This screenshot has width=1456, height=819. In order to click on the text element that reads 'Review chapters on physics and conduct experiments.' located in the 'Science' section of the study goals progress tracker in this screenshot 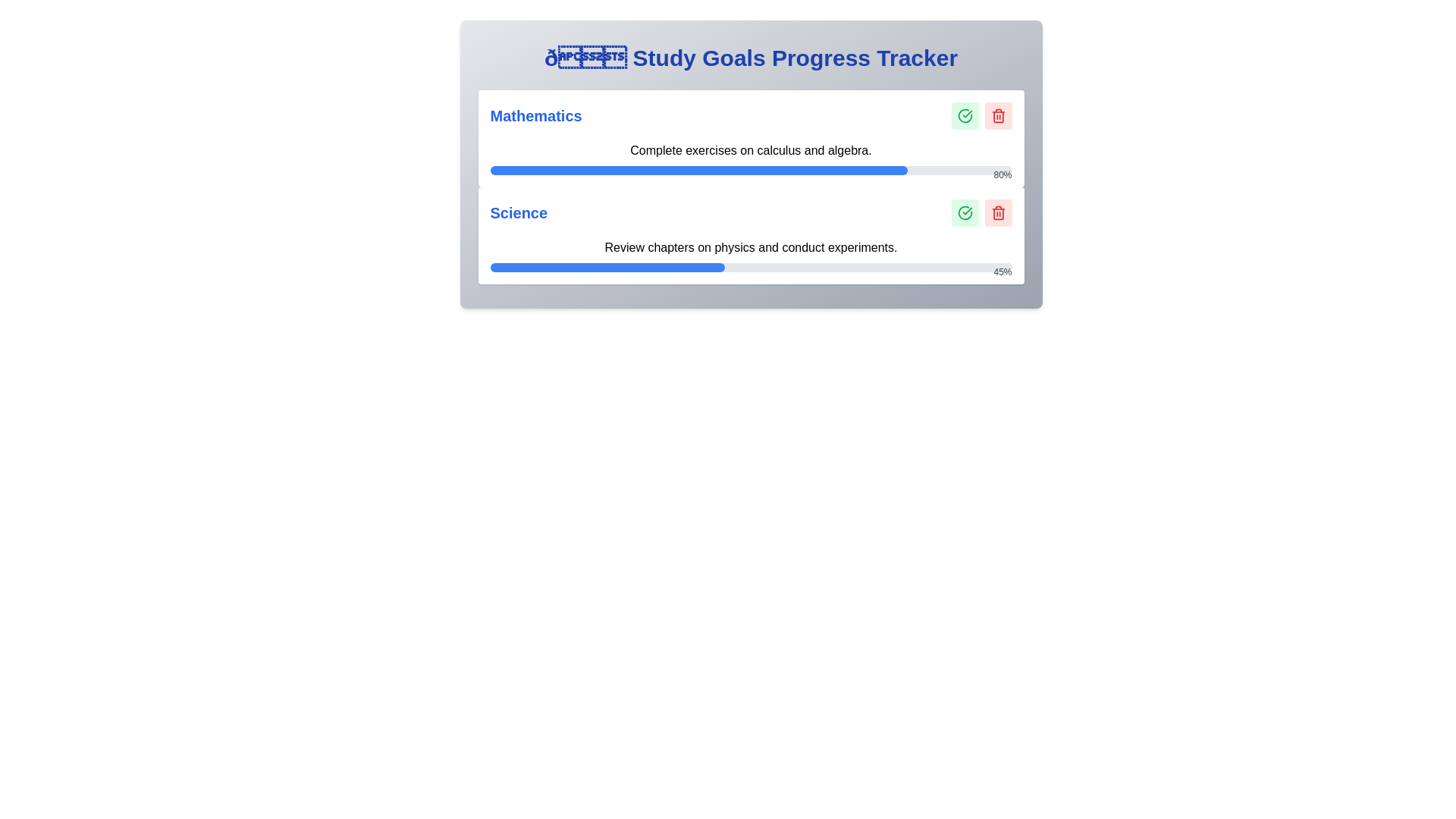, I will do `click(751, 247)`.